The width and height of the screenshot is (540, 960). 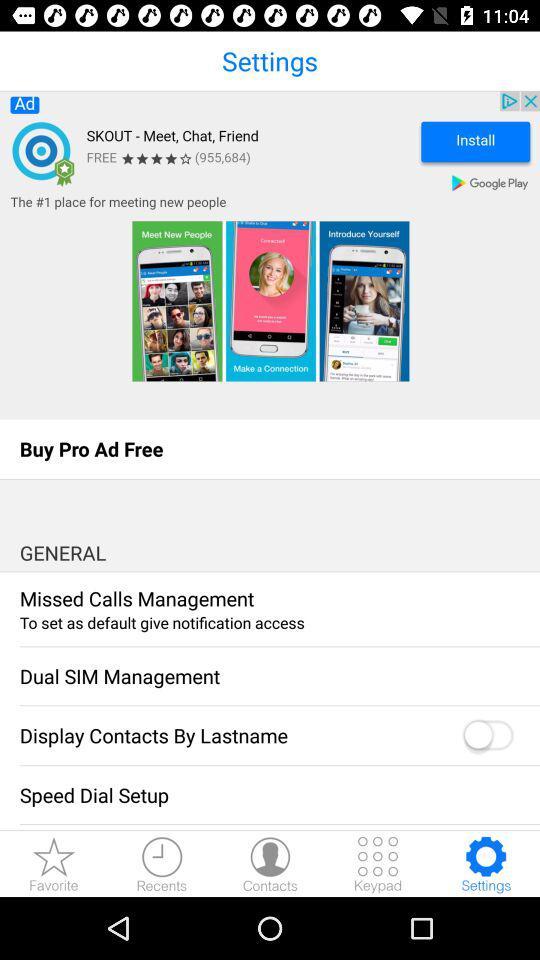 What do you see at coordinates (378, 863) in the screenshot?
I see `the button left to settings` at bounding box center [378, 863].